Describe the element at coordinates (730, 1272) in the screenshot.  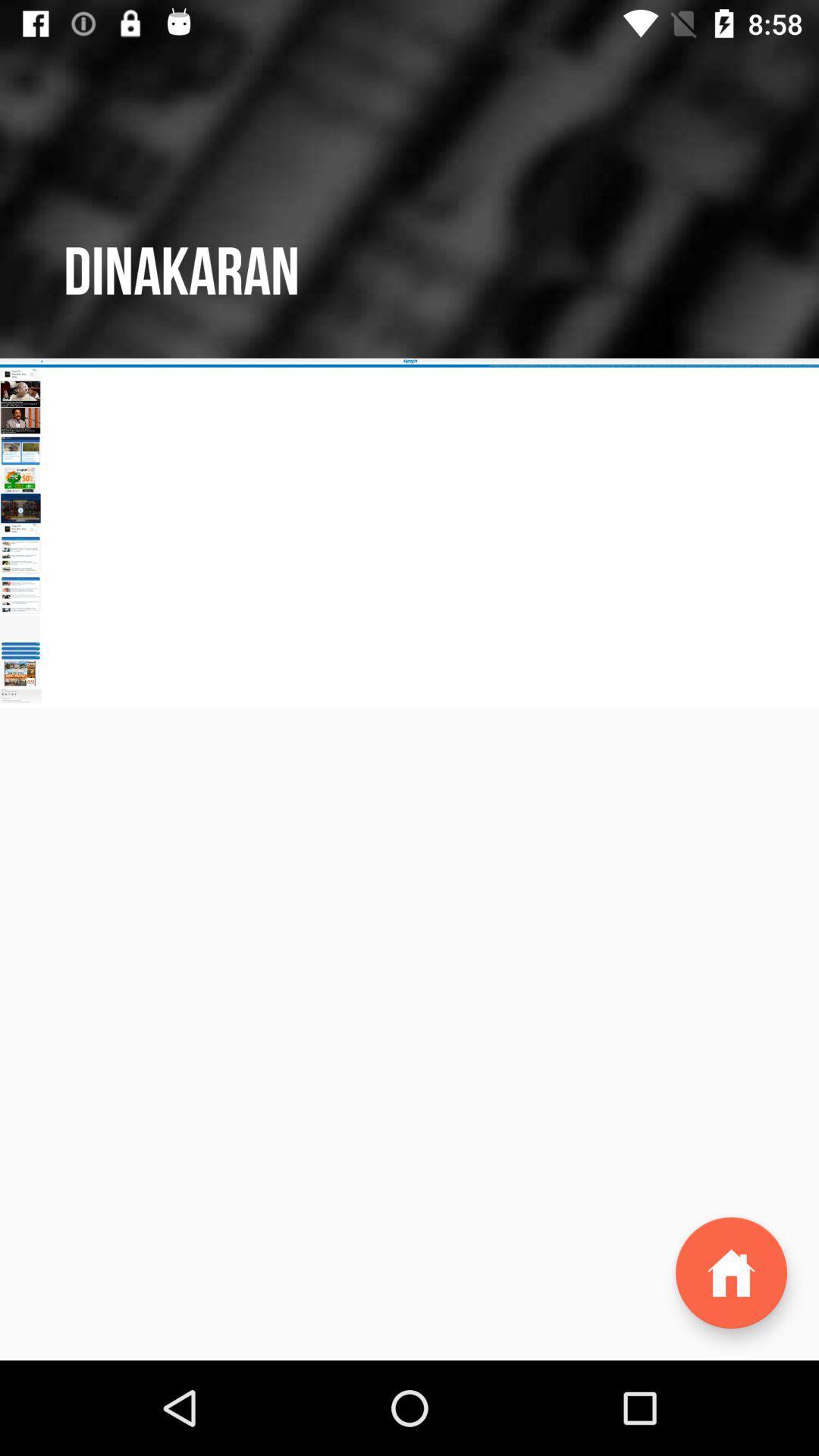
I see `the home icon` at that location.